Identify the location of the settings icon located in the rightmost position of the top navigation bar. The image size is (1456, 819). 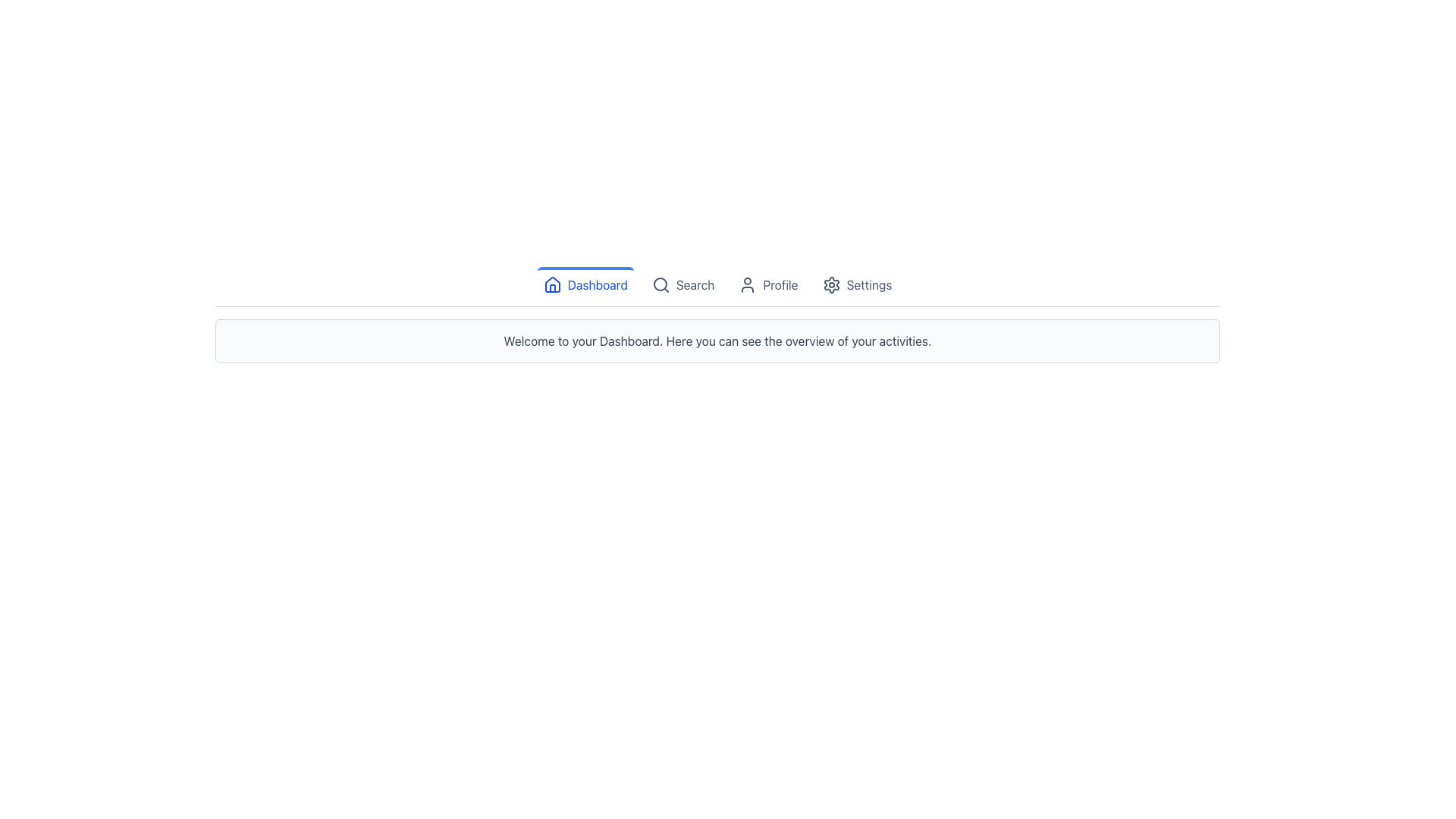
(830, 284).